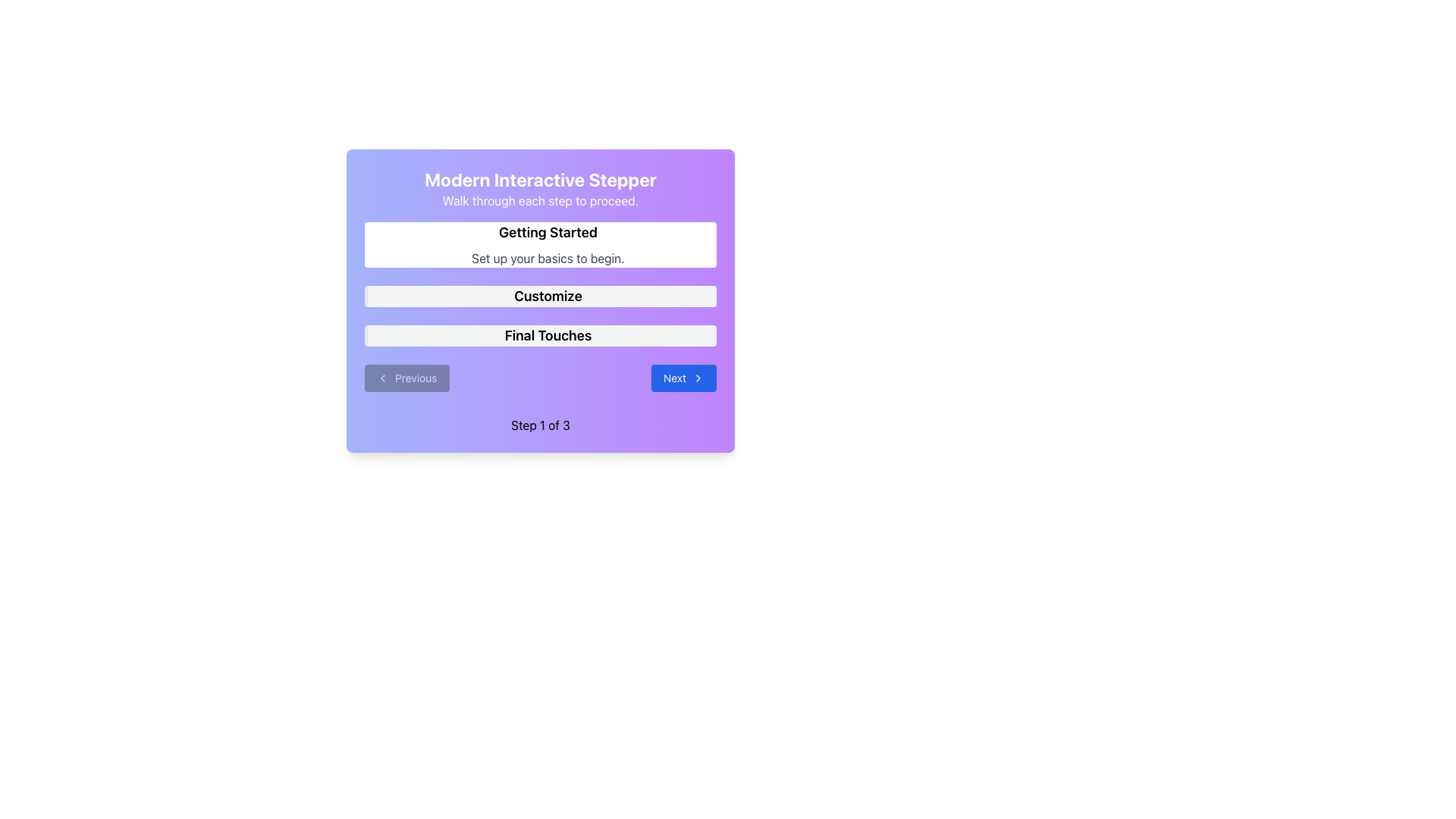  Describe the element at coordinates (698, 377) in the screenshot. I see `the navigation arrow icon located to the far right of the 'Next' button to proceed to the next step` at that location.